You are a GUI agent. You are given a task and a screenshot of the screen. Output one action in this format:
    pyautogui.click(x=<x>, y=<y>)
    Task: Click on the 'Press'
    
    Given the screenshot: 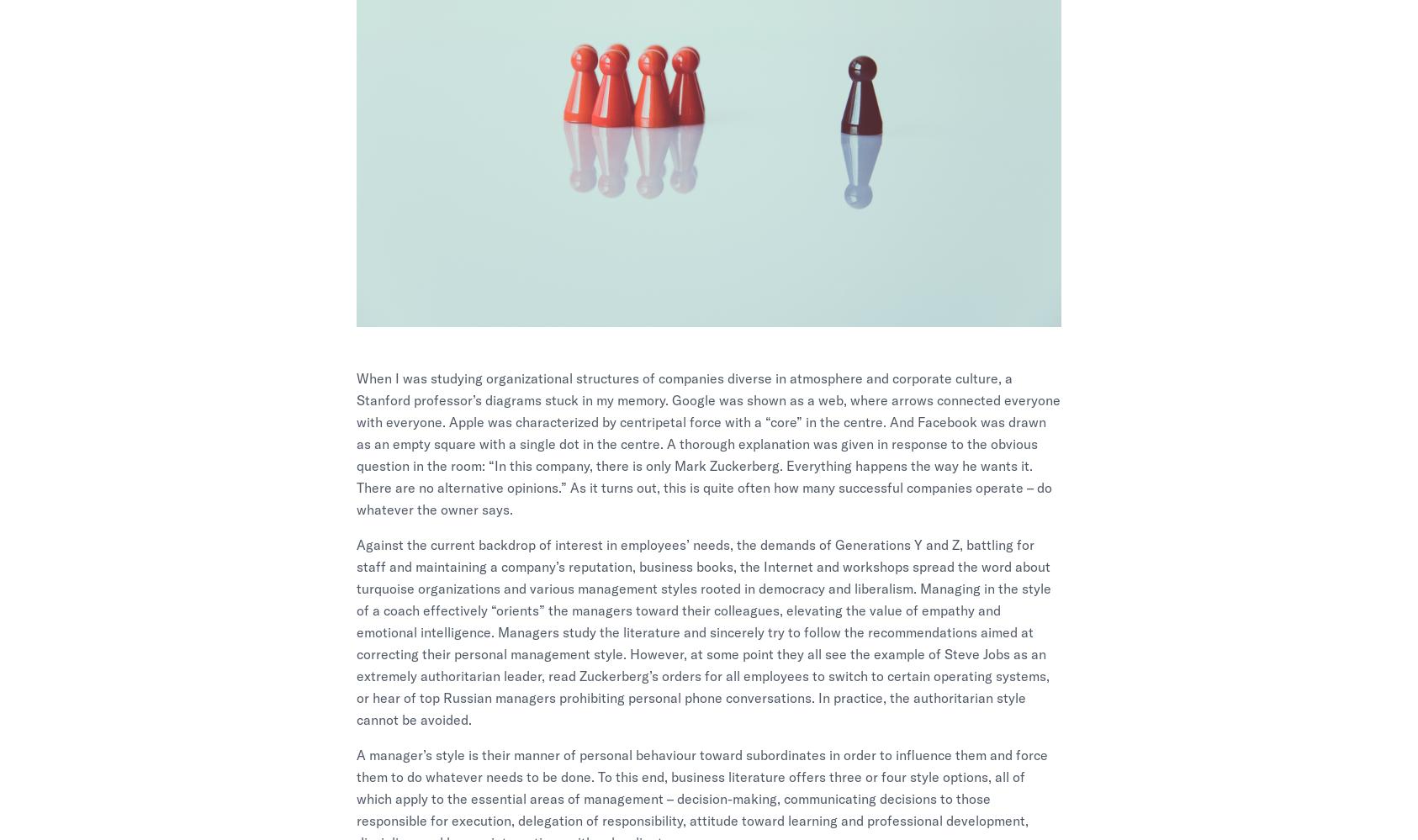 What is the action you would take?
    pyautogui.click(x=925, y=618)
    